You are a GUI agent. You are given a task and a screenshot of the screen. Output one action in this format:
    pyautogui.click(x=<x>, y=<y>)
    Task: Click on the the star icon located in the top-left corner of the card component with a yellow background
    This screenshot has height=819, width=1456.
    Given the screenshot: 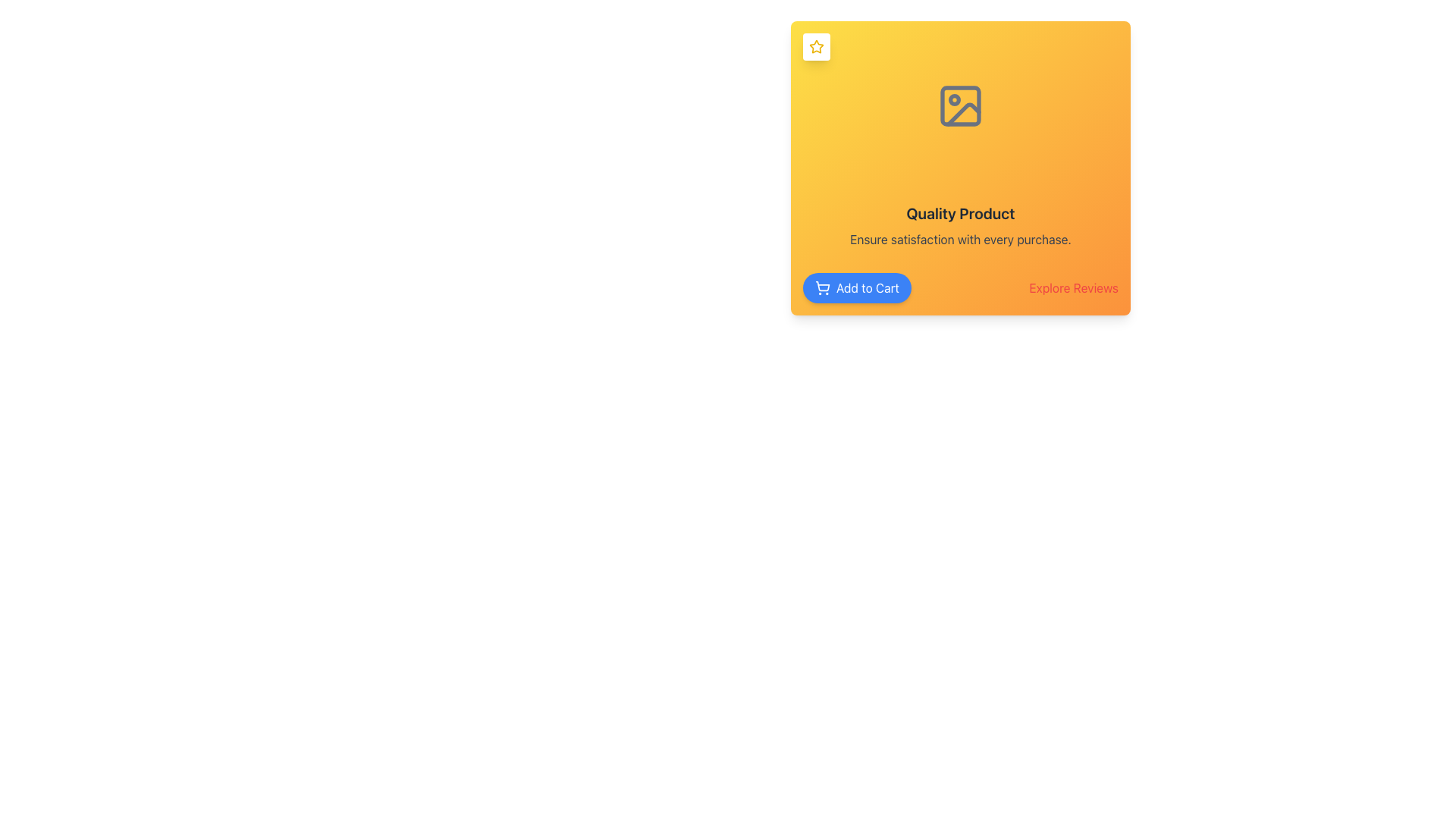 What is the action you would take?
    pyautogui.click(x=815, y=45)
    